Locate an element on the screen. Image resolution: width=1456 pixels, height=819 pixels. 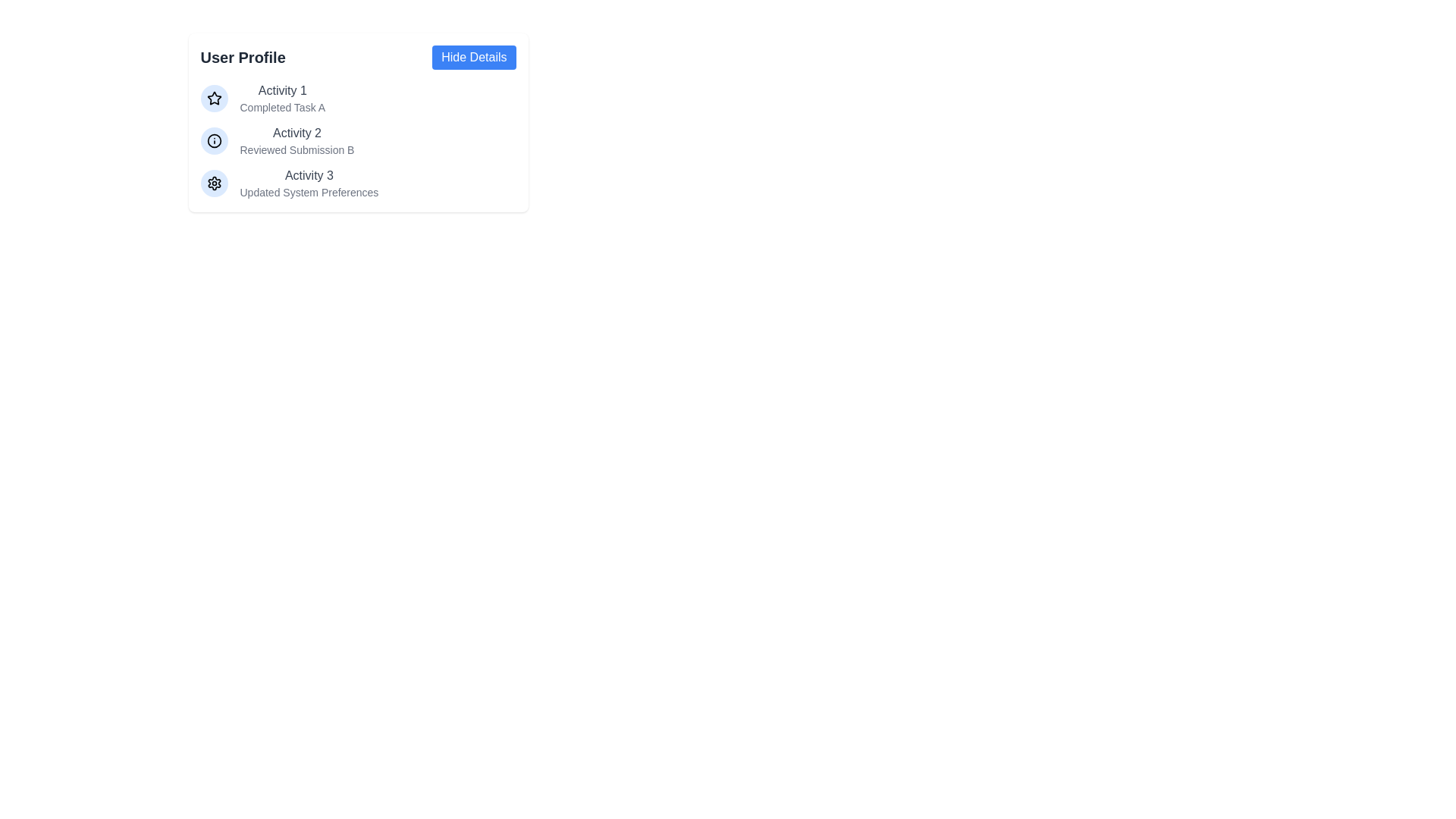
the second activity indicator labeled 'Activity 2: Reviewed Submission B' within the user profile card is located at coordinates (213, 140).